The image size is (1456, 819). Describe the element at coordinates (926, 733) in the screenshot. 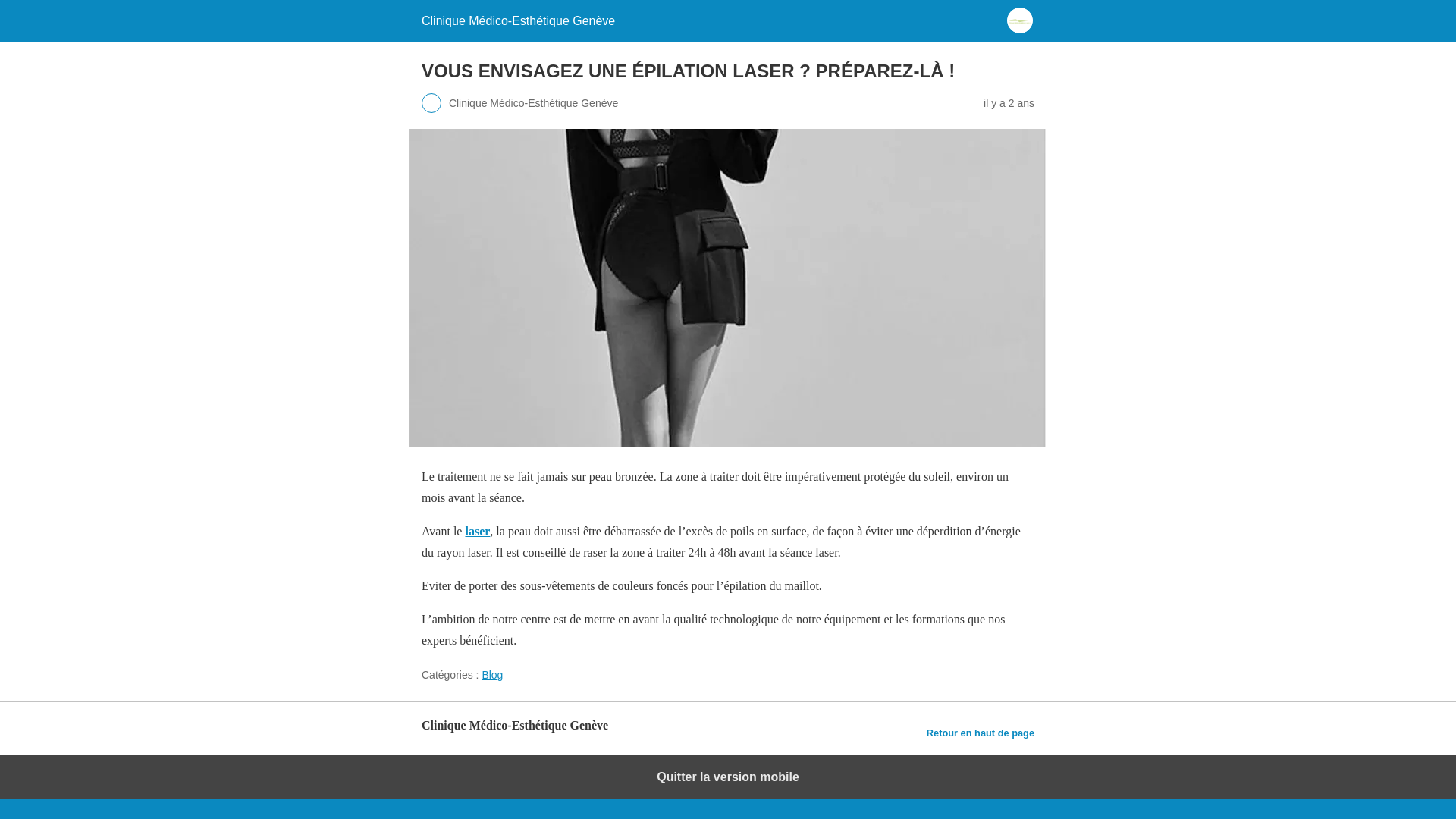

I see `'Retour en haut de page'` at that location.